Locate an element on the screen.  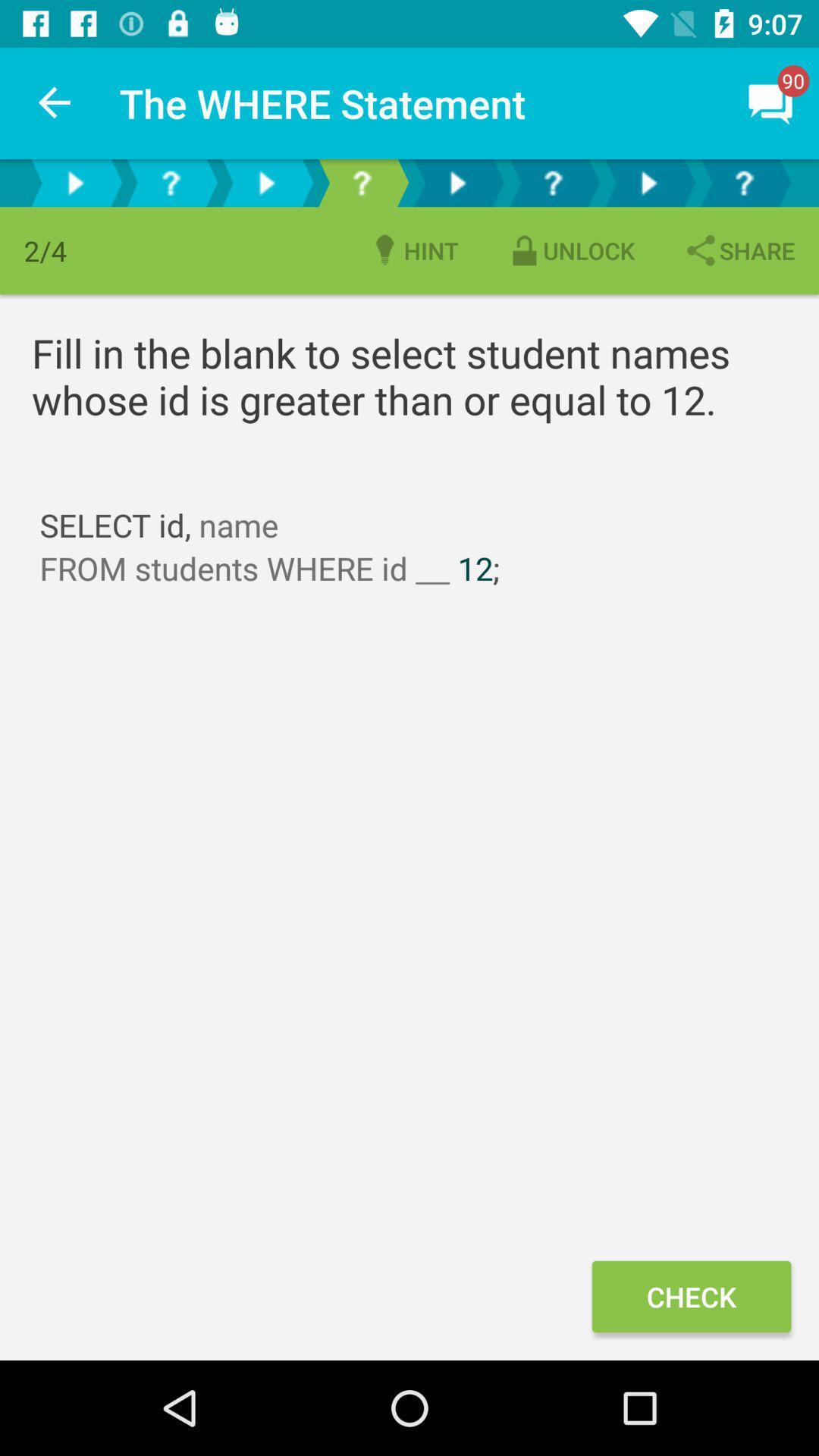
next button is located at coordinates (75, 182).